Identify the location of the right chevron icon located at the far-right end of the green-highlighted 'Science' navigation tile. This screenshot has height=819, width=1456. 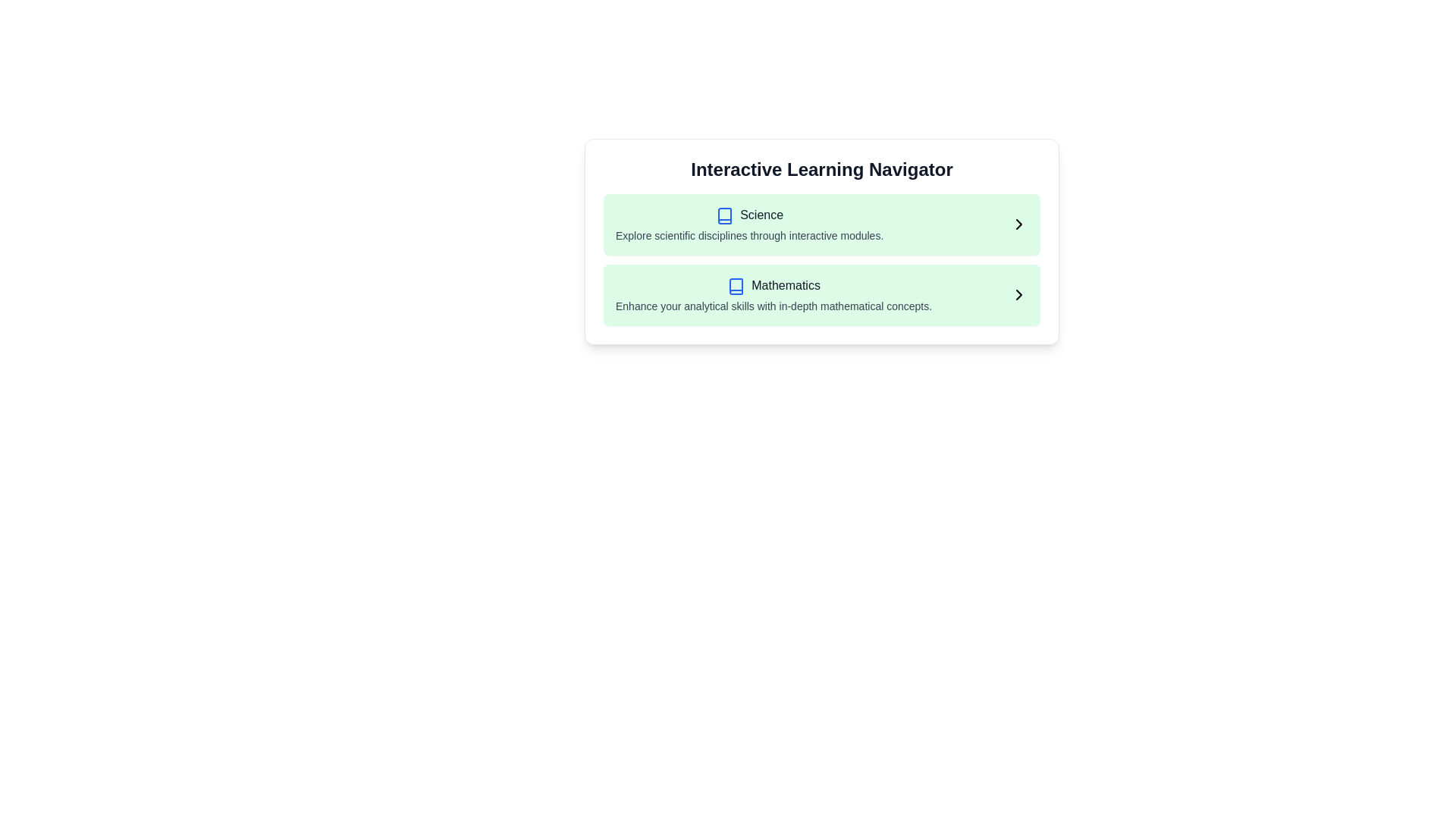
(1019, 224).